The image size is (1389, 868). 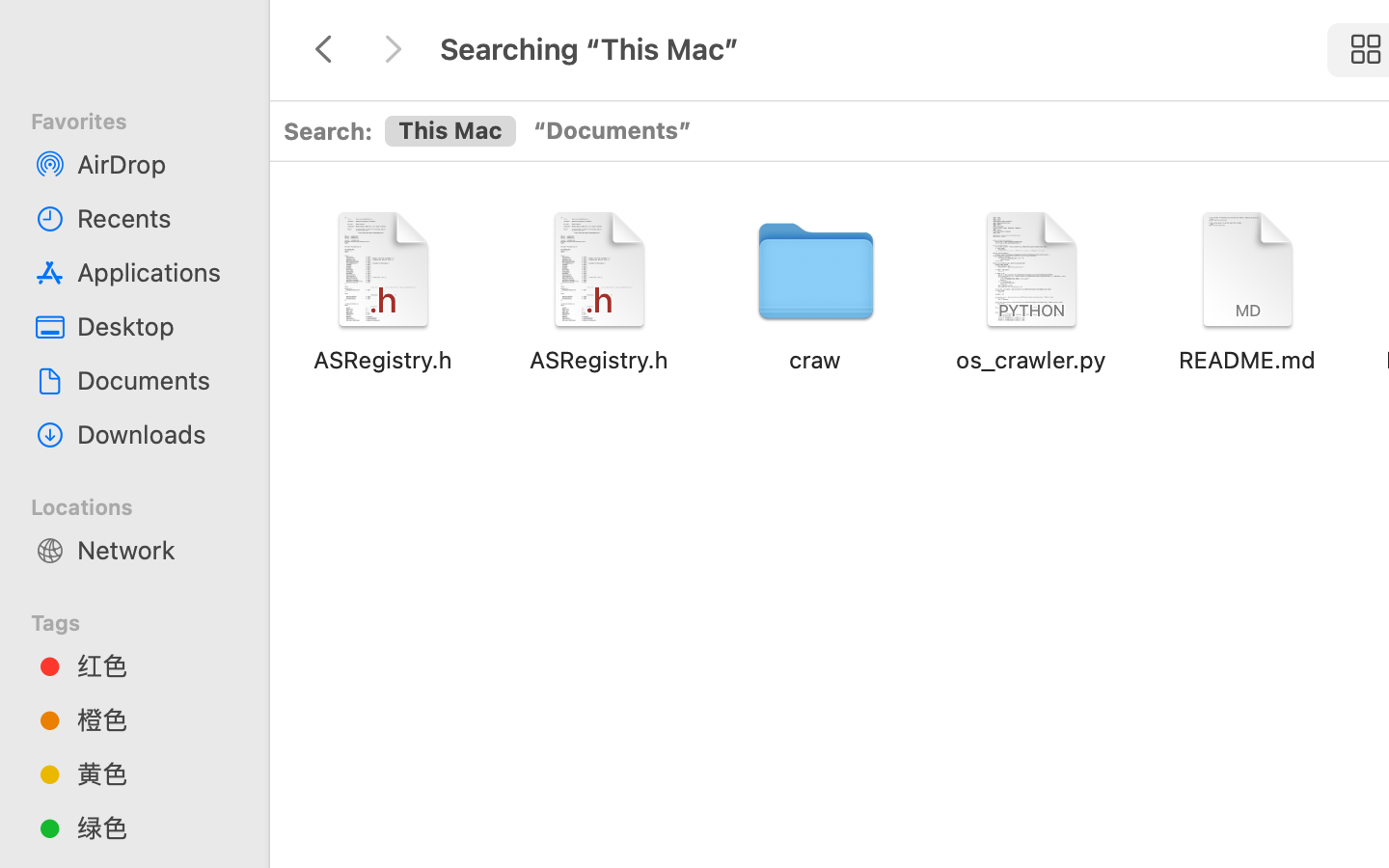 What do you see at coordinates (153, 326) in the screenshot?
I see `'Desktop'` at bounding box center [153, 326].